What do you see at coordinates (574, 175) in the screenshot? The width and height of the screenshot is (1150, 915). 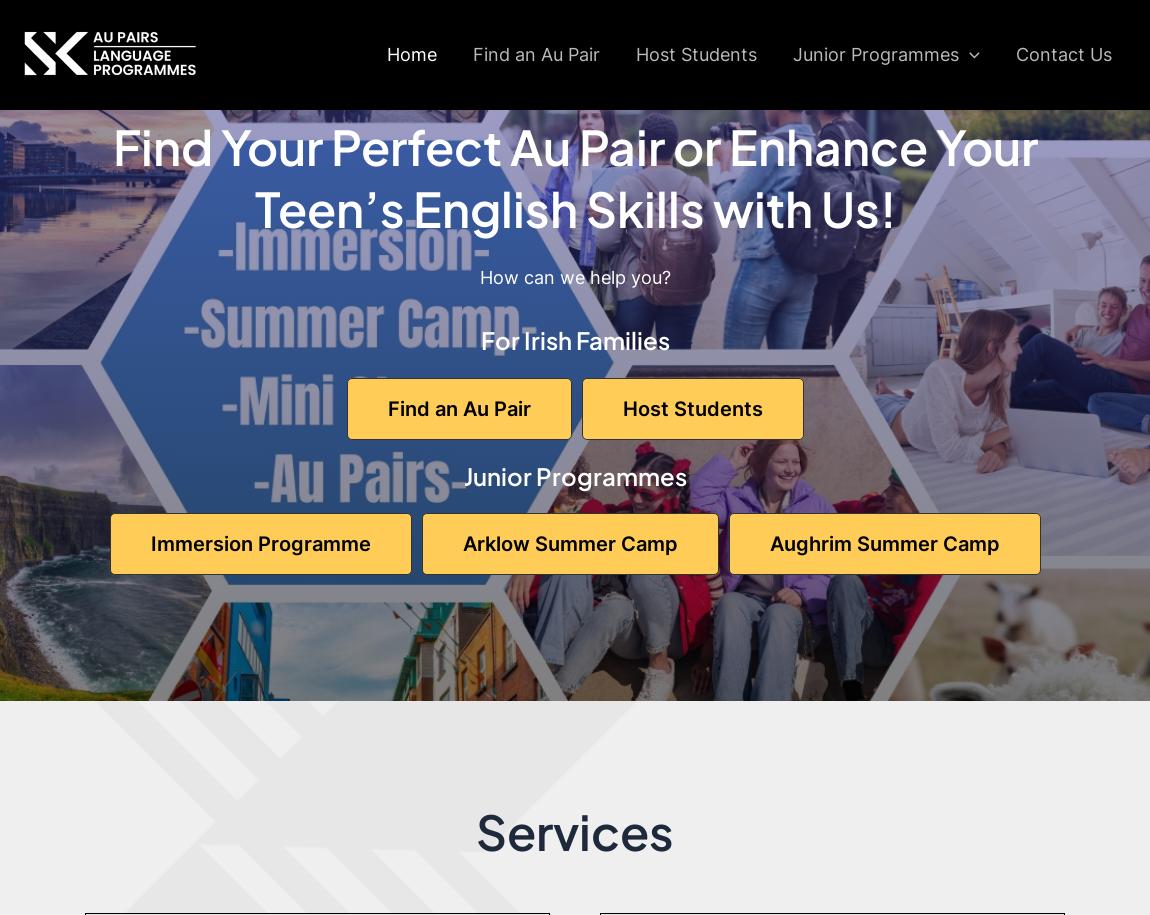 I see `'Find Your Perfect Au Pair or Enhance Your Teen’s English Skills with Us!'` at bounding box center [574, 175].